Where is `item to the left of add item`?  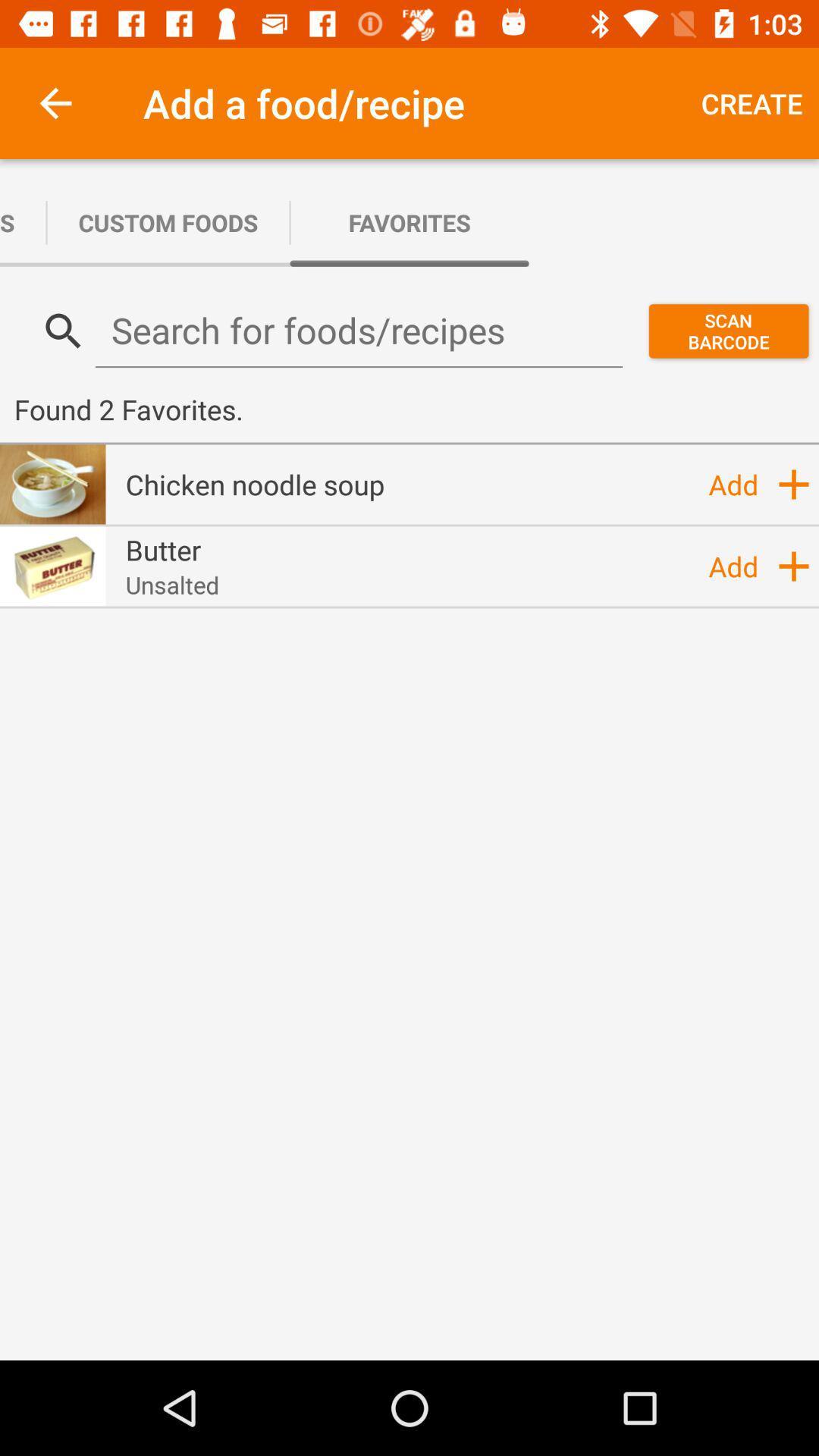 item to the left of add item is located at coordinates (163, 549).